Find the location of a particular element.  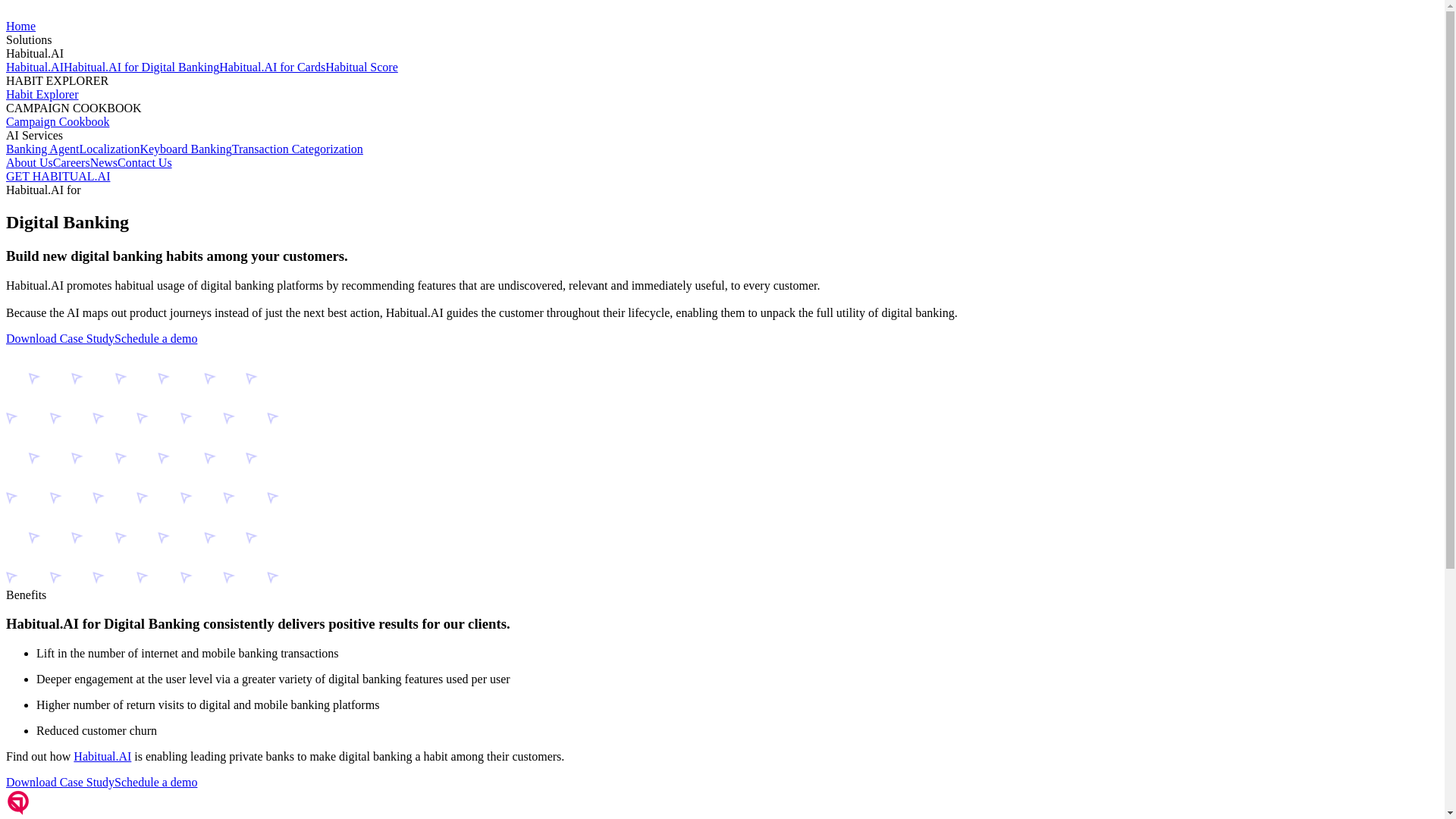

'Banking Agent' is located at coordinates (42, 149).